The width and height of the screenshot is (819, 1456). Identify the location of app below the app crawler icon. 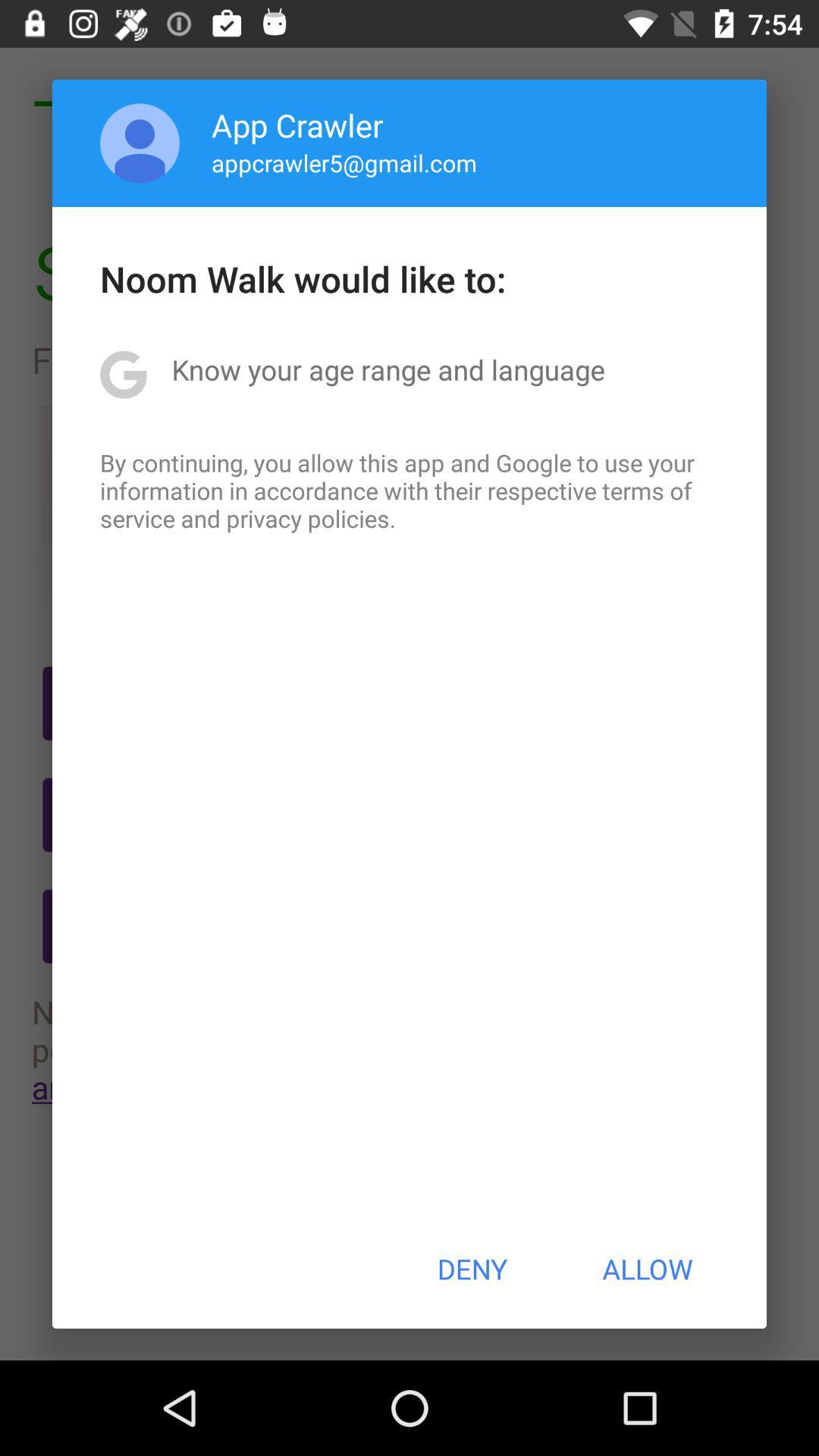
(344, 162).